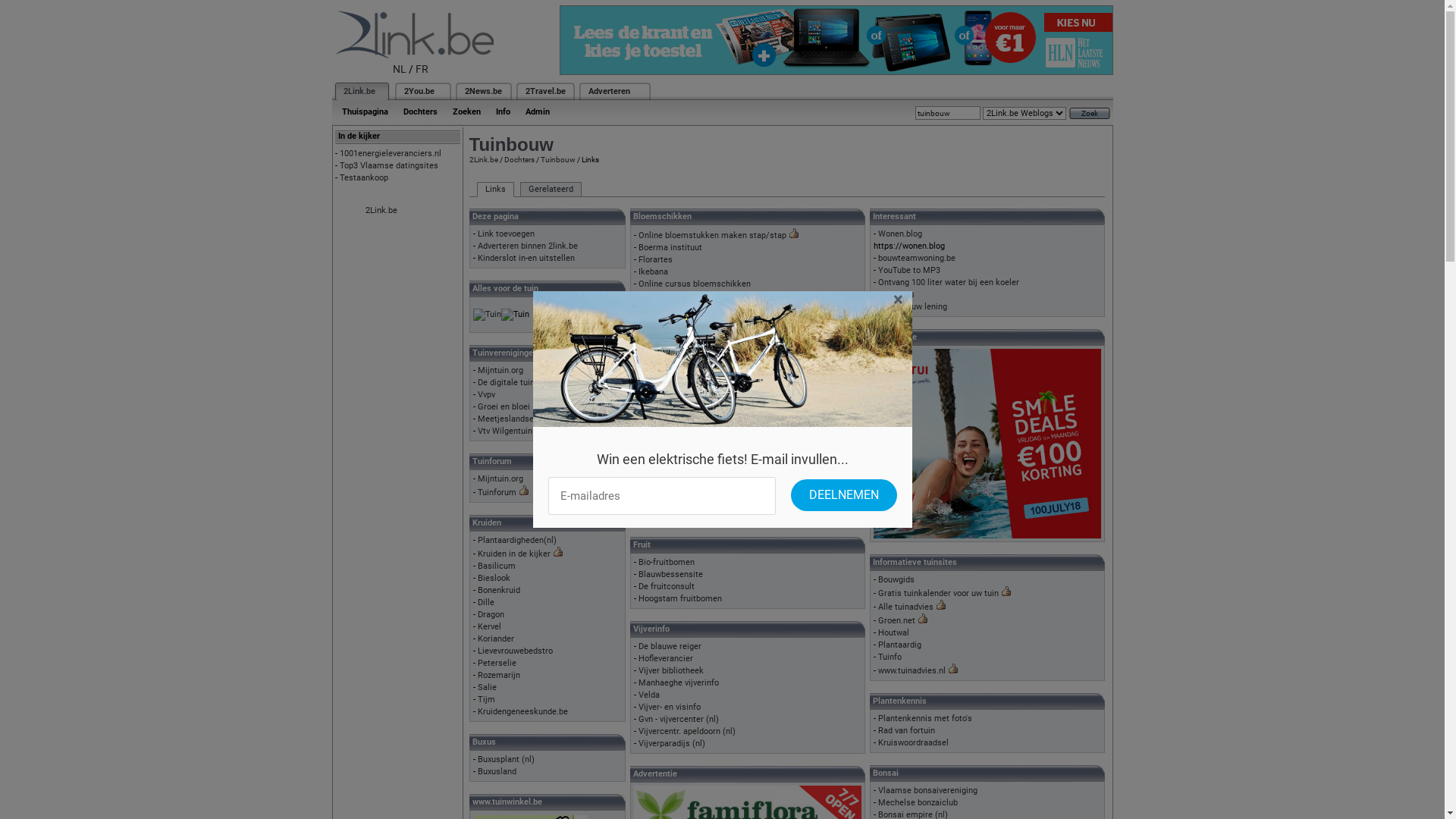  I want to click on 'Vlaamse bonsaivereniging', so click(927, 789).